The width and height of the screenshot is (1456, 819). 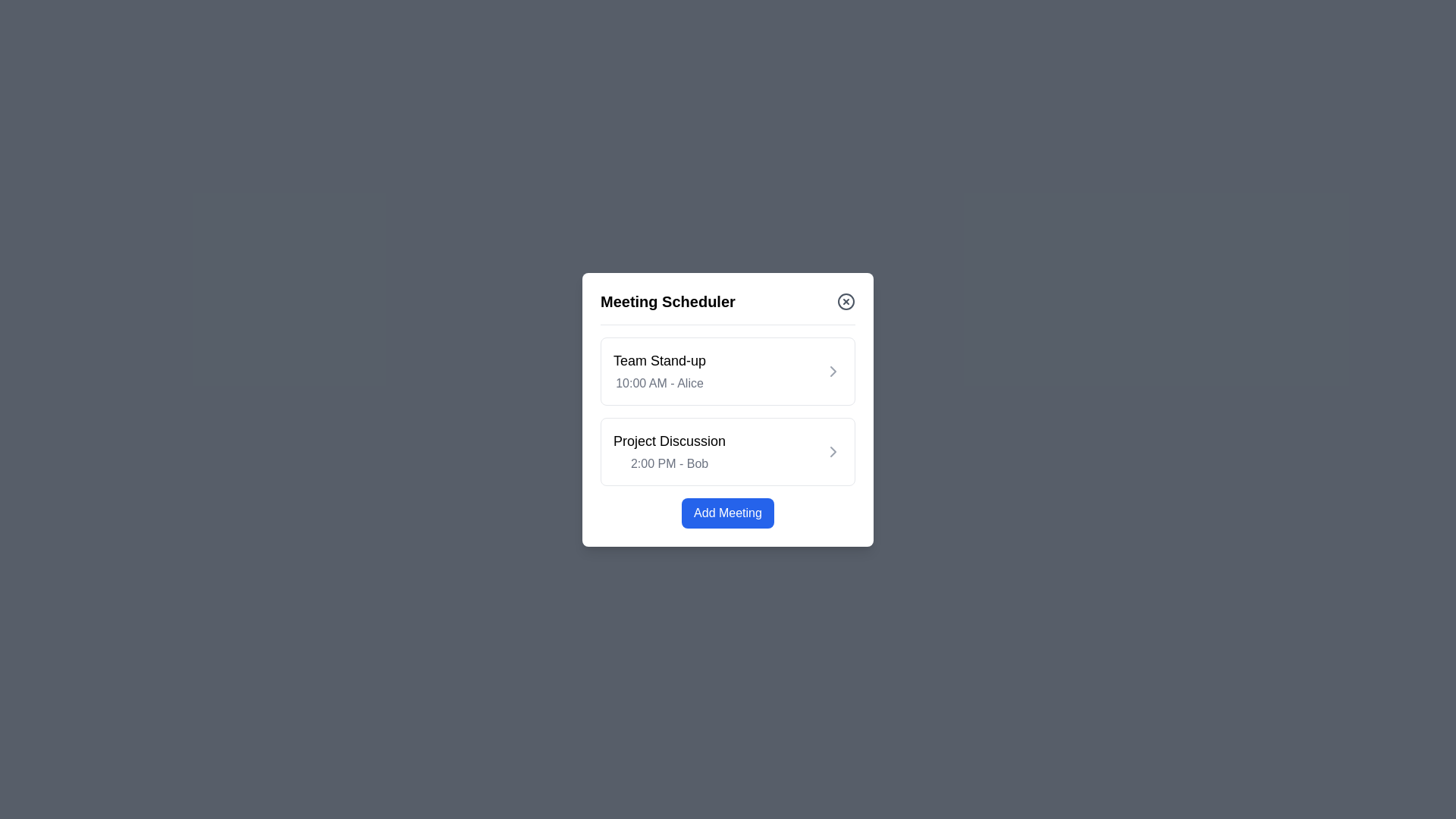 I want to click on the text label displaying '2:00 PM - Bob' located below the 'Project Discussion' heading in the second meeting card of the Meeting Scheduler interface, so click(x=669, y=463).